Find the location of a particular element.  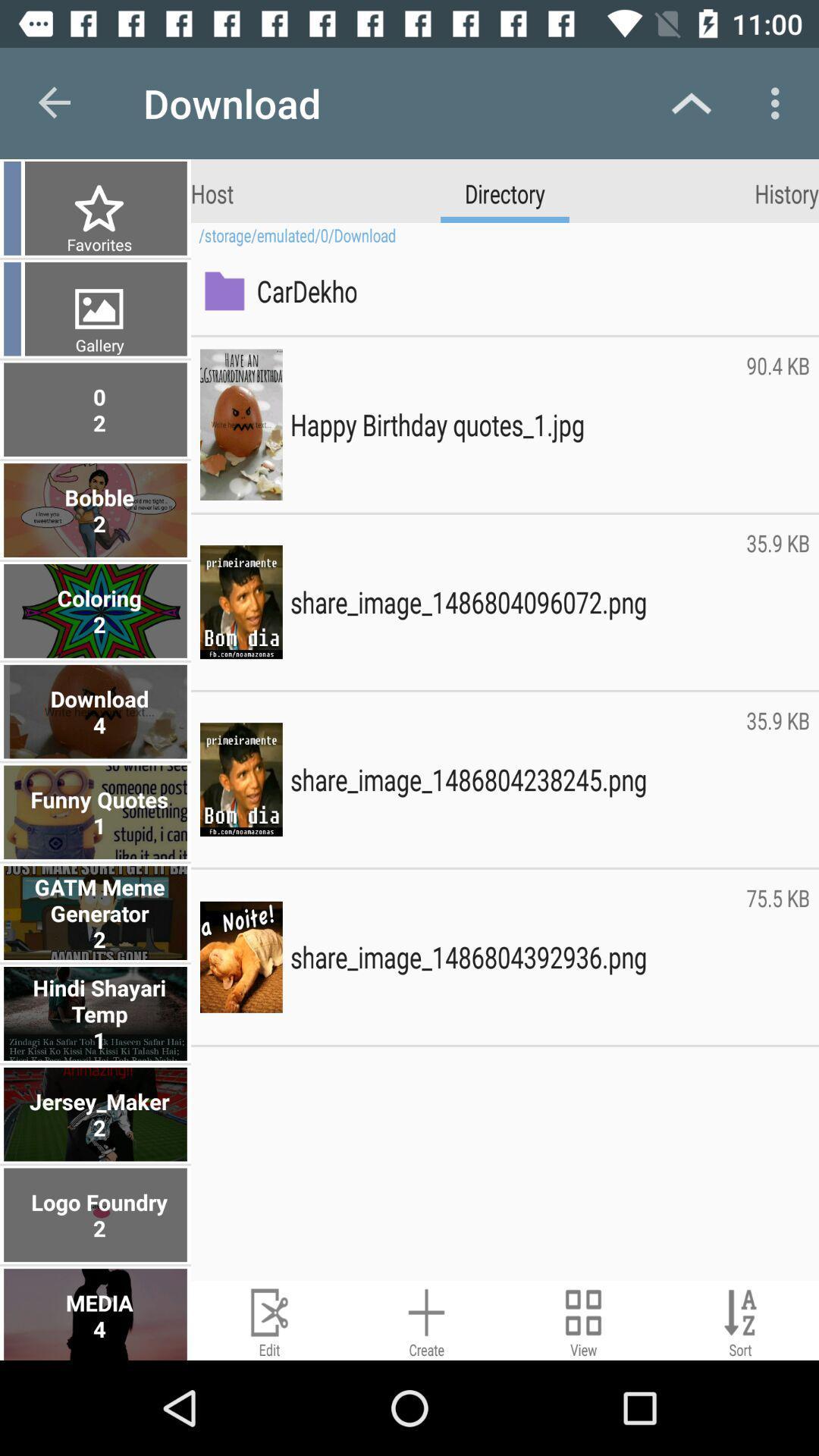

a new picture is located at coordinates (426, 1319).